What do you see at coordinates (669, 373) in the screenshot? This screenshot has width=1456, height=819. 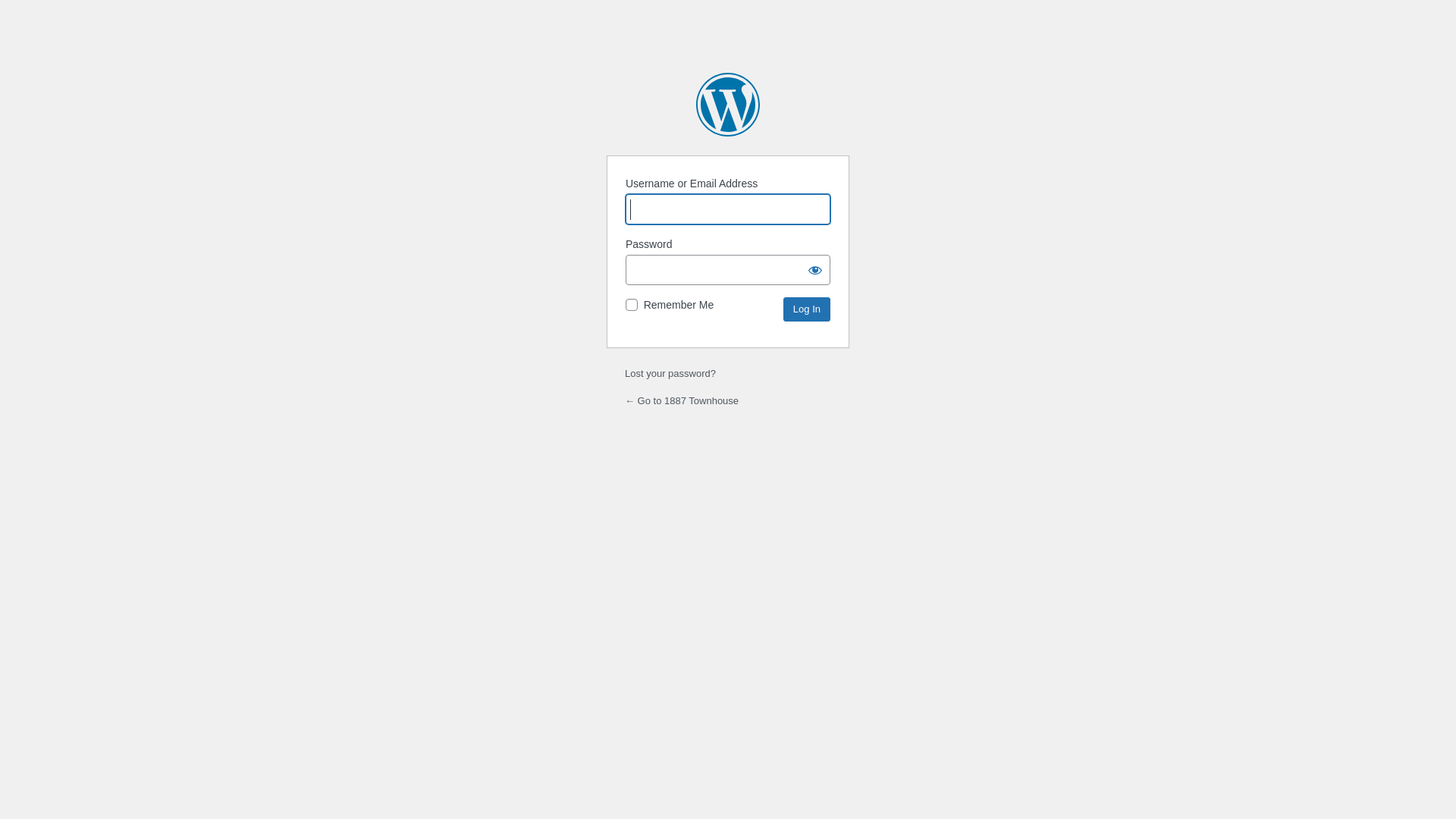 I see `'Lost your password?'` at bounding box center [669, 373].